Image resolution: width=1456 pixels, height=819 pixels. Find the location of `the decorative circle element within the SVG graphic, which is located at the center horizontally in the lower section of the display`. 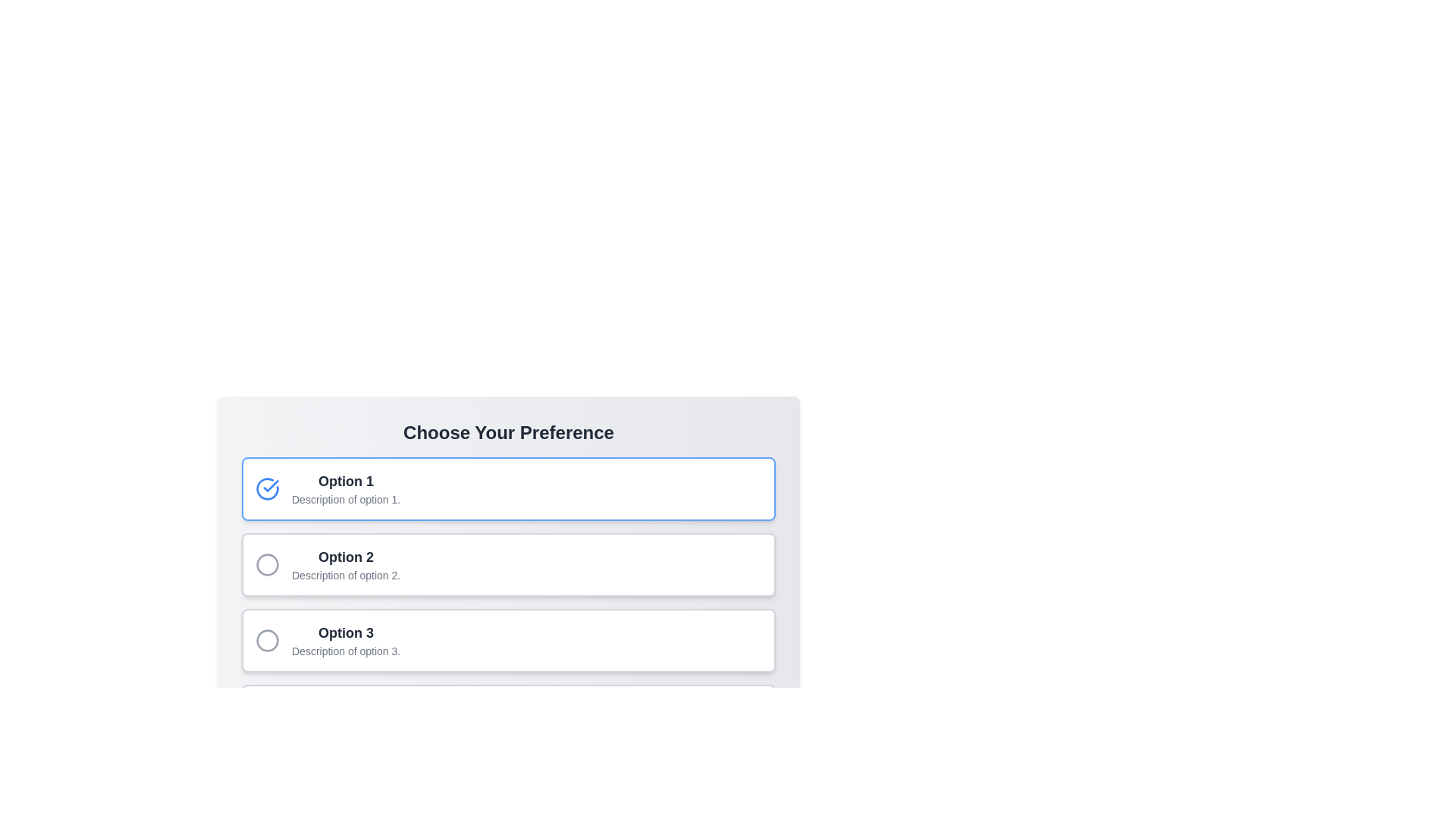

the decorative circle element within the SVG graphic, which is located at the center horizontally in the lower section of the display is located at coordinates (268, 717).